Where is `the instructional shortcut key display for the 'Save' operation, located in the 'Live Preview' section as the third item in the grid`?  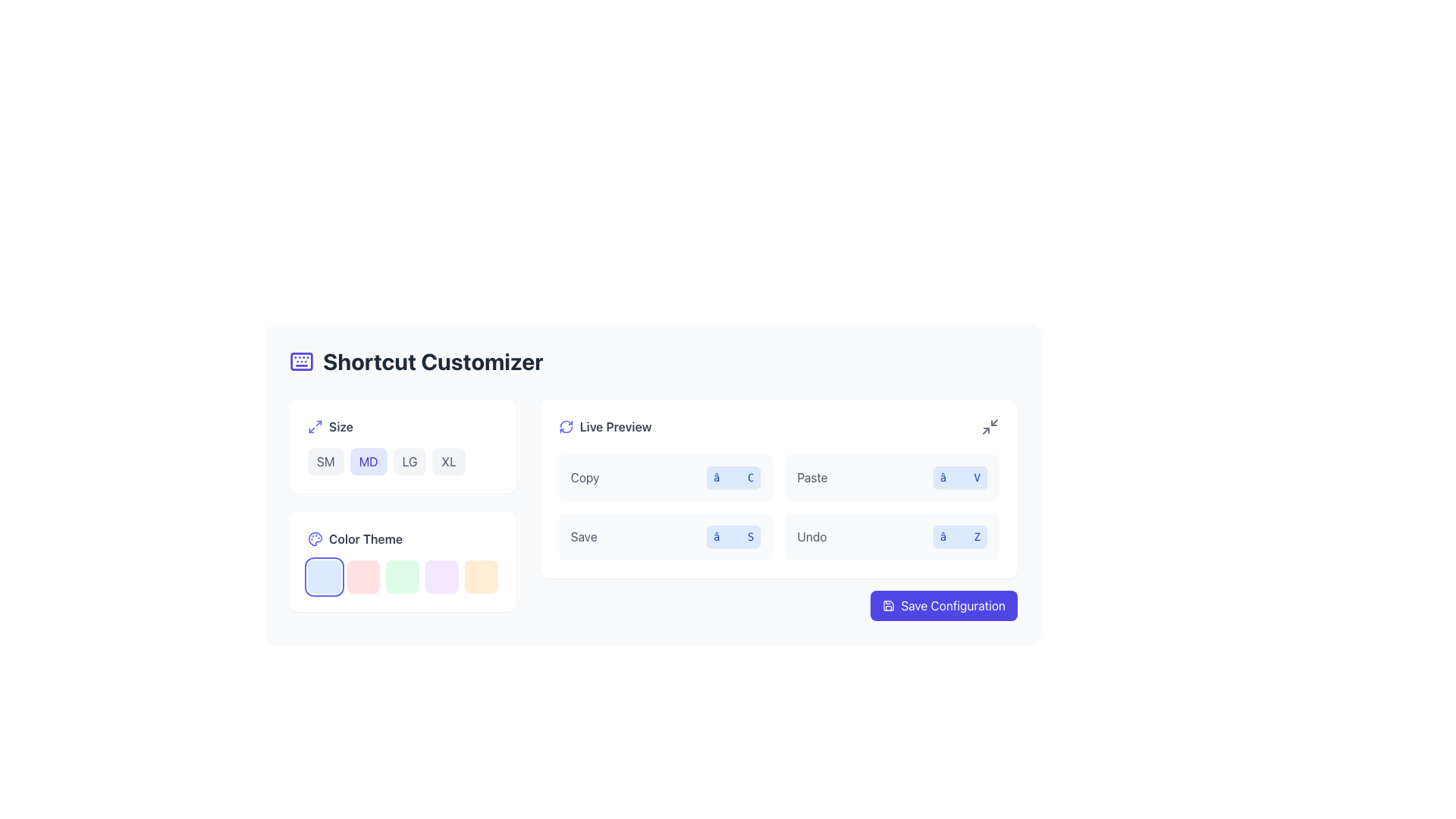
the instructional shortcut key display for the 'Save' operation, located in the 'Live Preview' section as the third item in the grid is located at coordinates (666, 536).